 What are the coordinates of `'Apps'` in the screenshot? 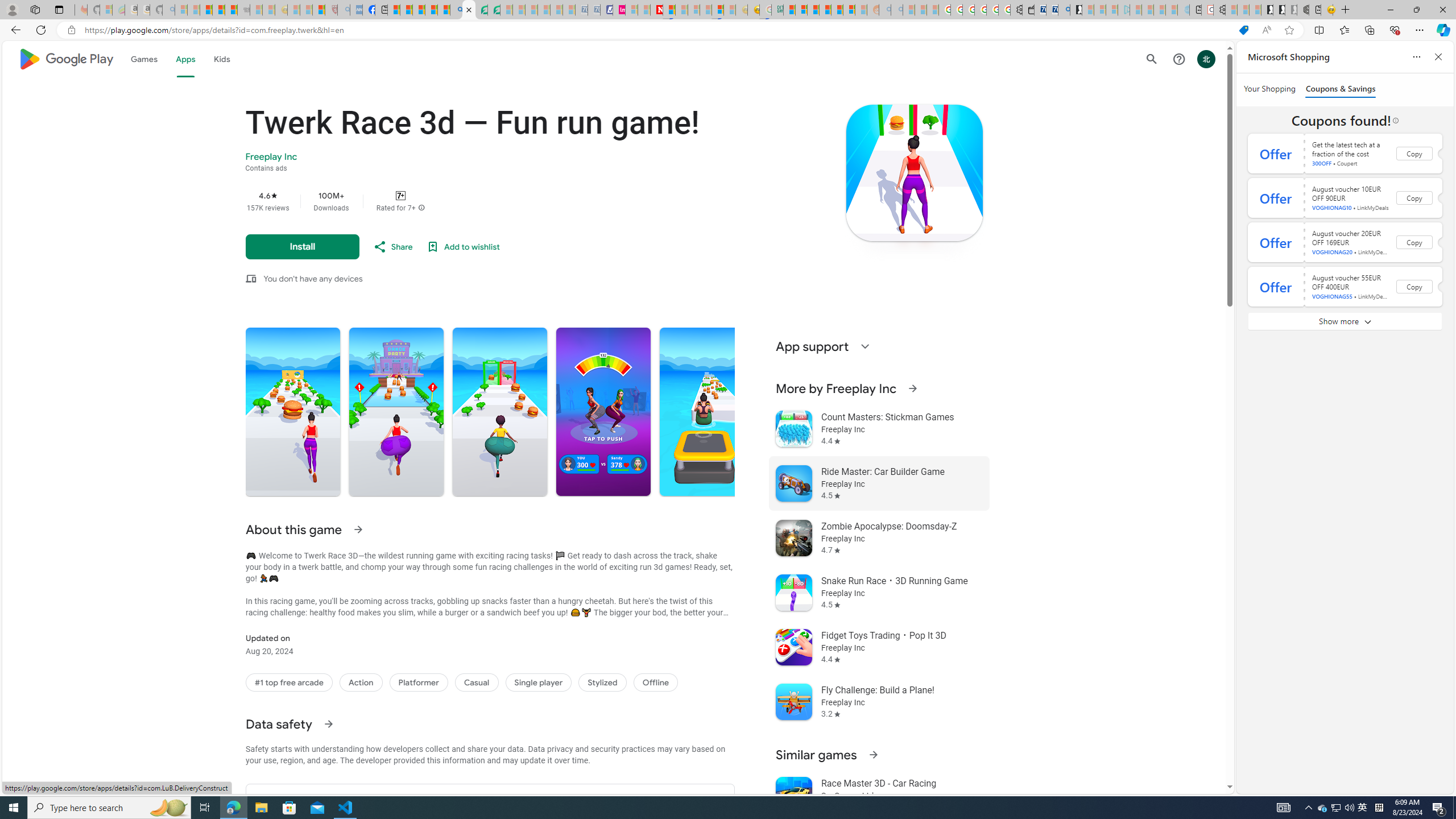 It's located at (185, 59).